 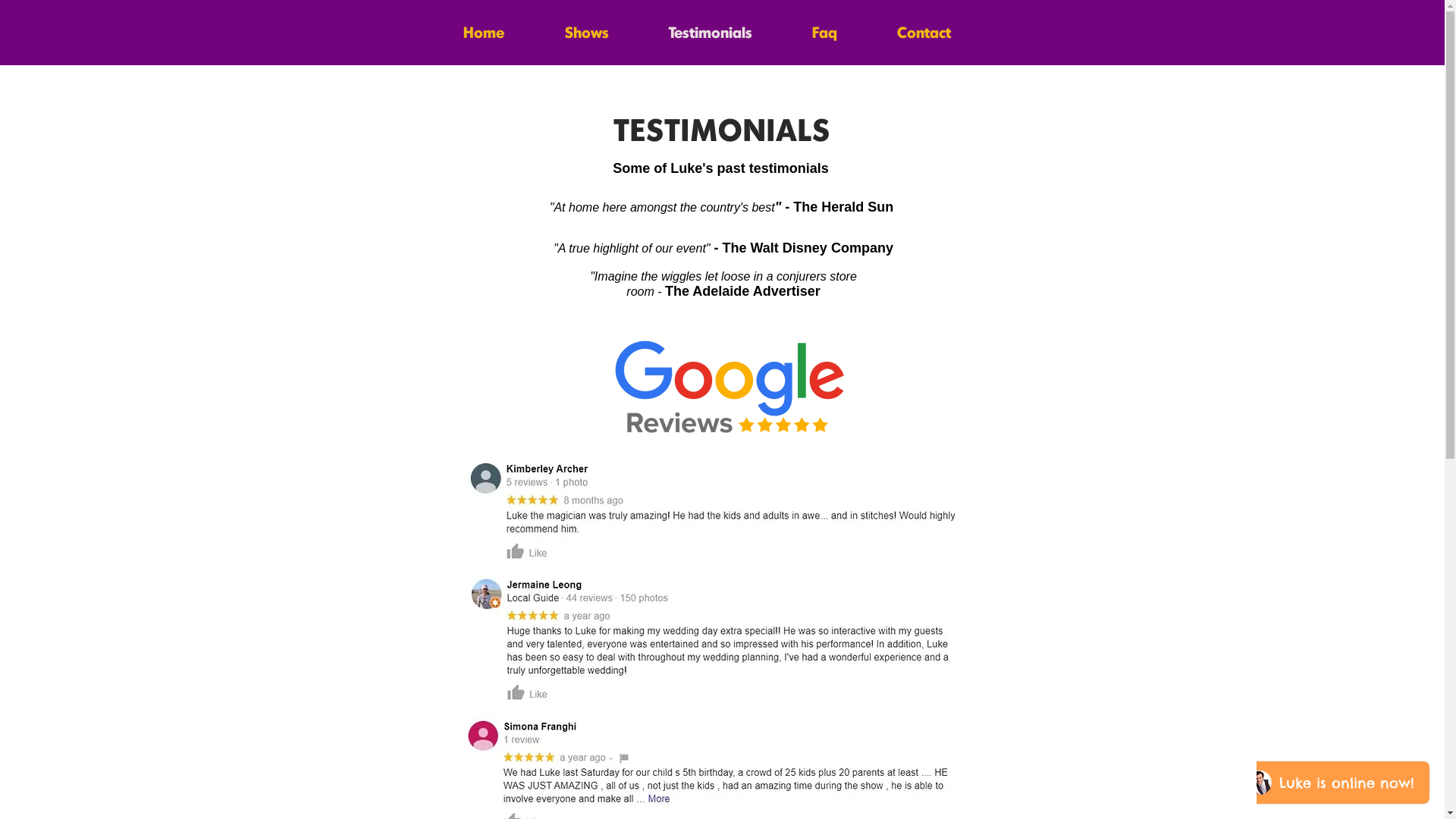 I want to click on 'Shows', so click(x=585, y=29).